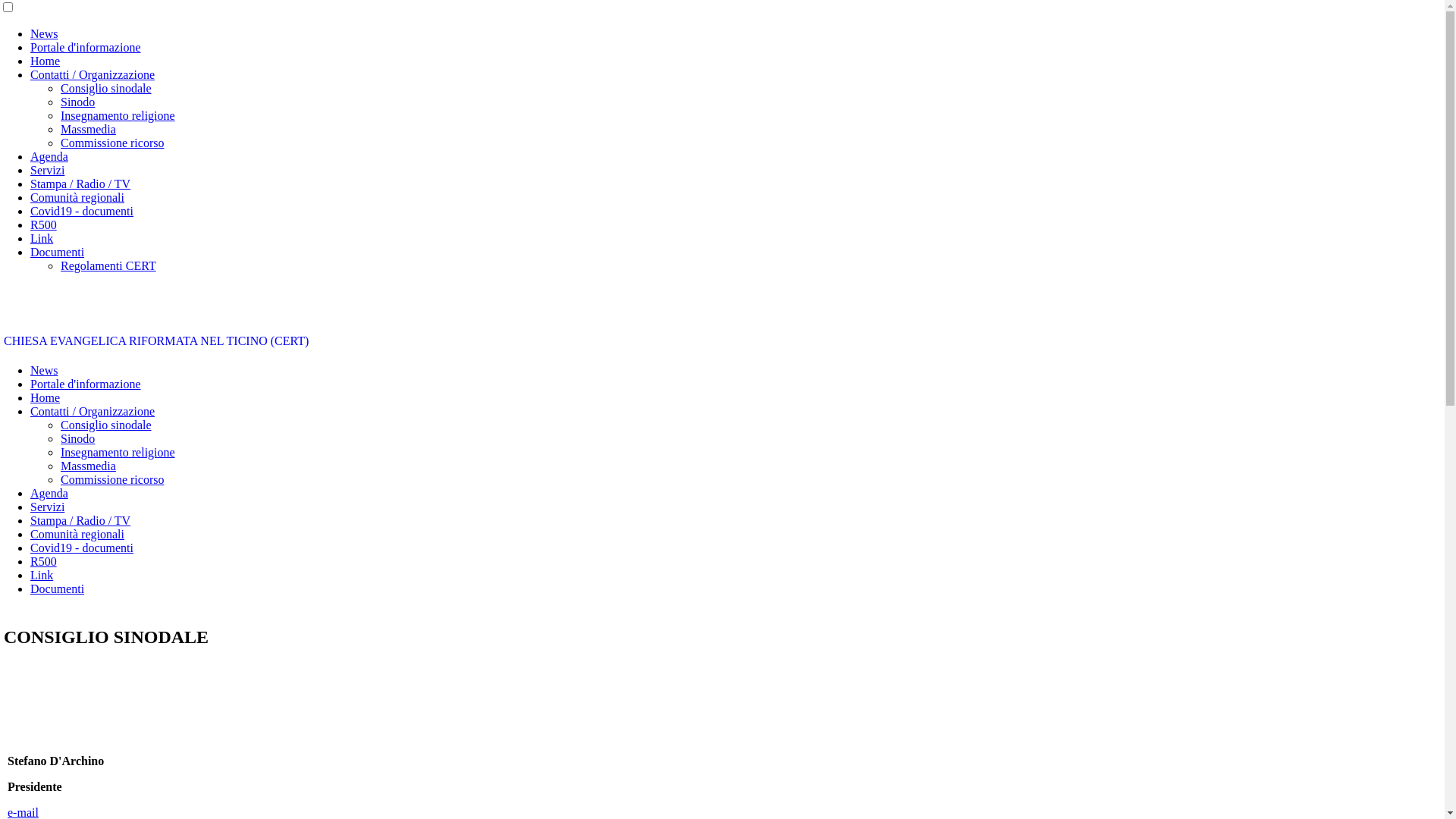 The width and height of the screenshot is (1456, 819). Describe the element at coordinates (111, 479) in the screenshot. I see `'Commissione ricorso'` at that location.